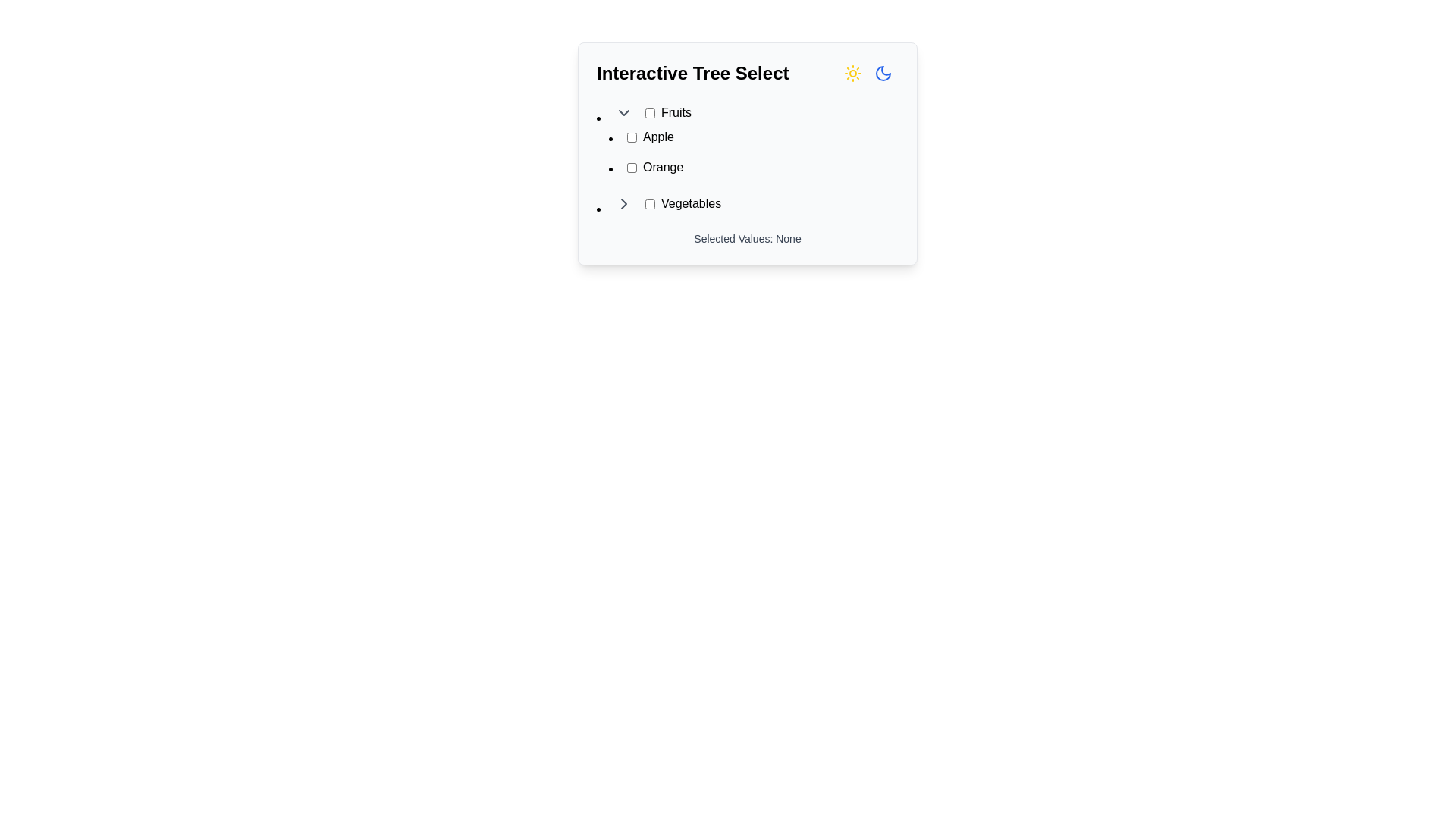  I want to click on the nighttime mode icon located to the right of the sun-shaped icon in the top-right corner of the card's header, so click(883, 73).